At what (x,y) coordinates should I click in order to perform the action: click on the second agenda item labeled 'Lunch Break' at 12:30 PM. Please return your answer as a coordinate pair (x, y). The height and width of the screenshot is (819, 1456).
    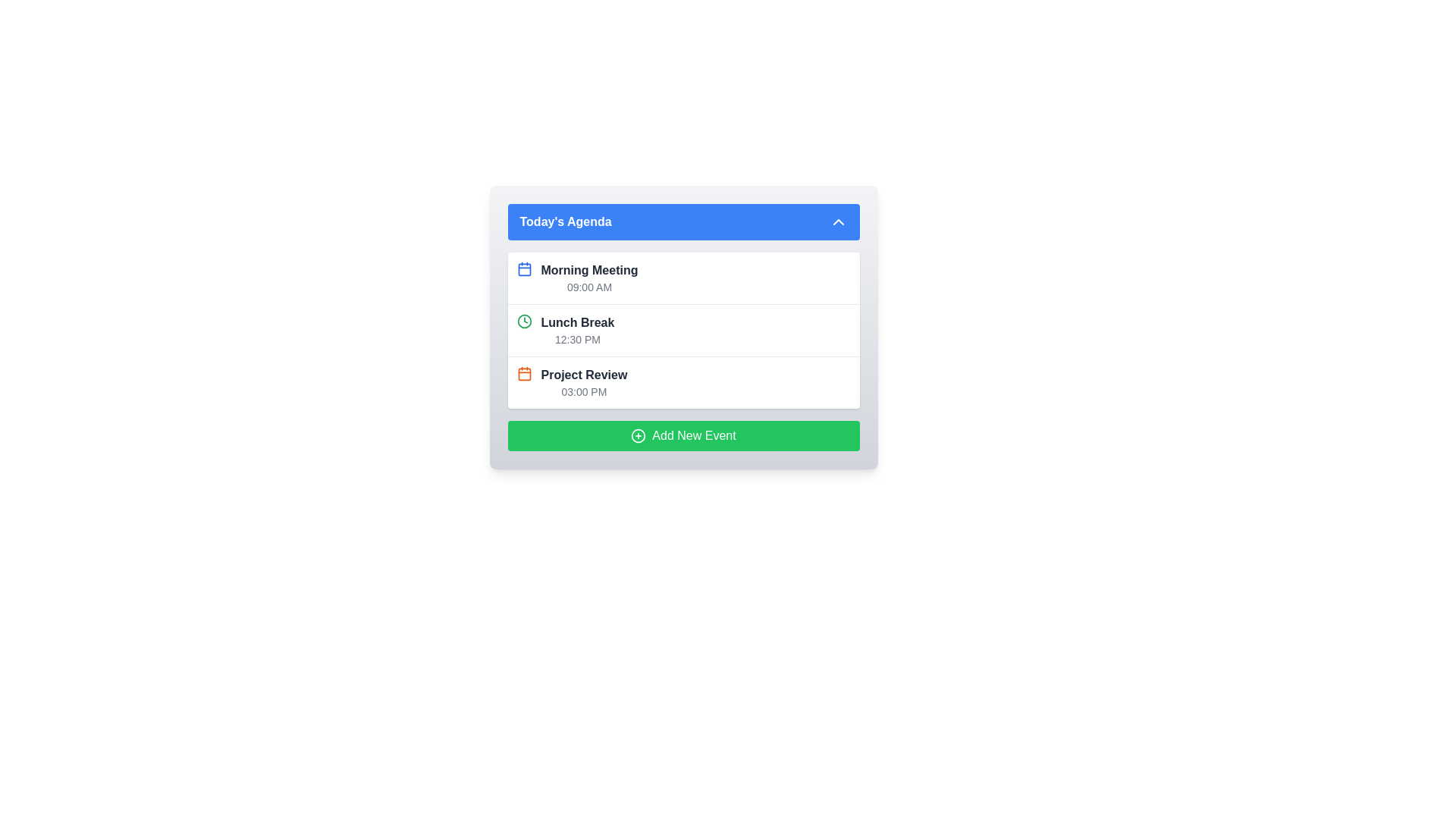
    Looking at the image, I should click on (682, 327).